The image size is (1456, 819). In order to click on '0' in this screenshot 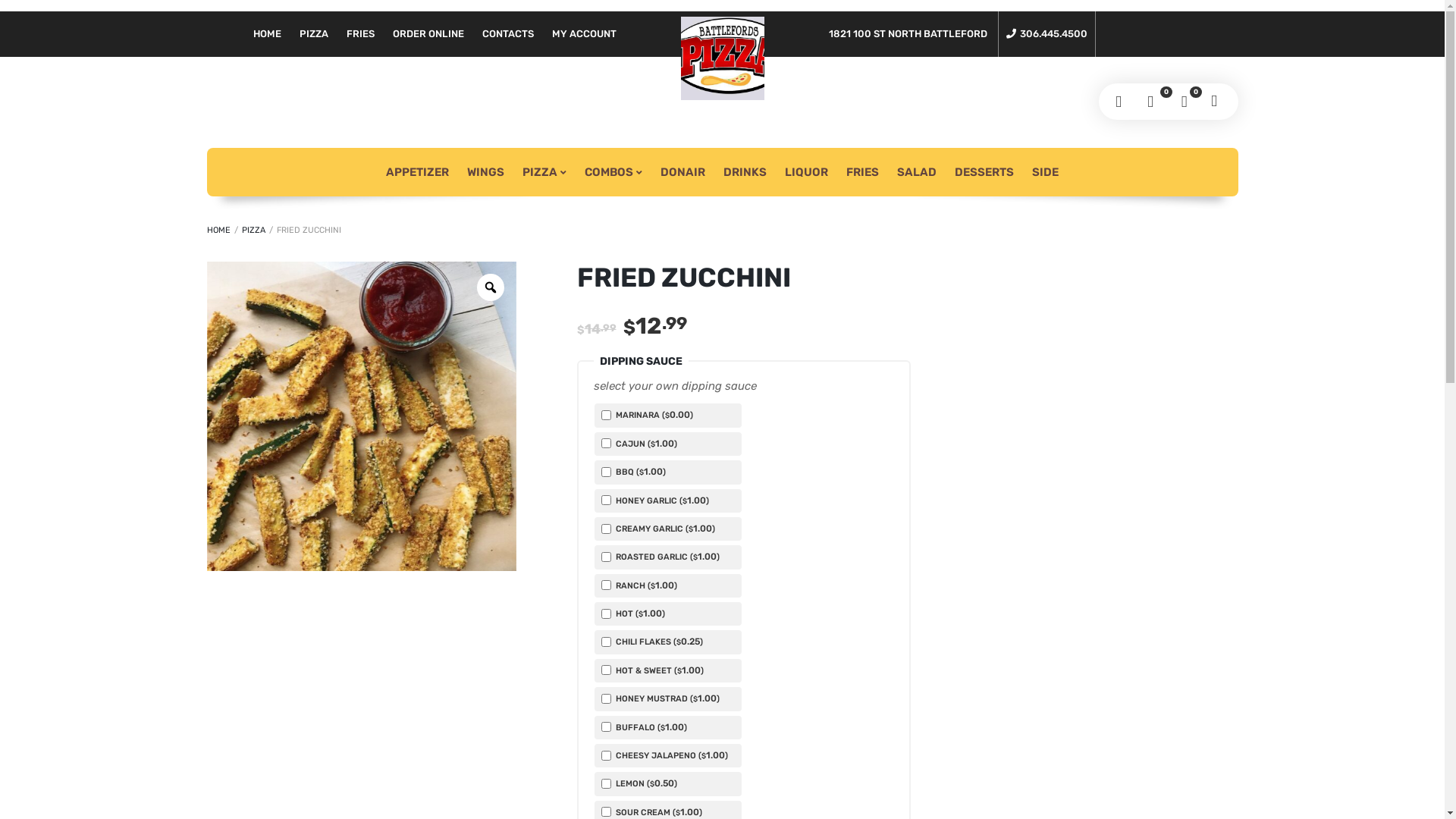, I will do `click(1183, 102)`.